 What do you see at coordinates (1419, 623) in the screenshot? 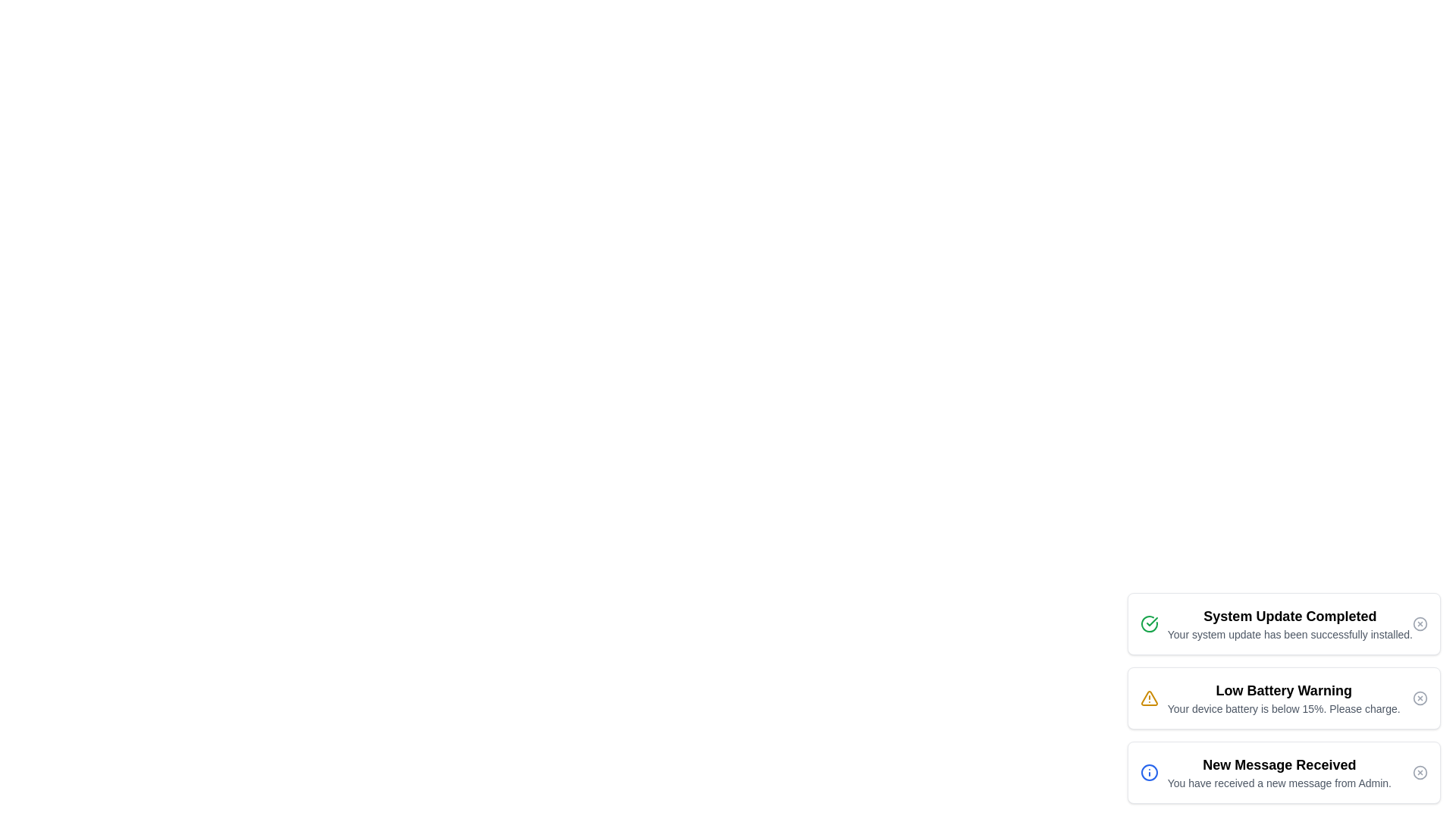
I see `the circular outline icon located at the far right of the notification labeled 'System Update Completed'` at bounding box center [1419, 623].